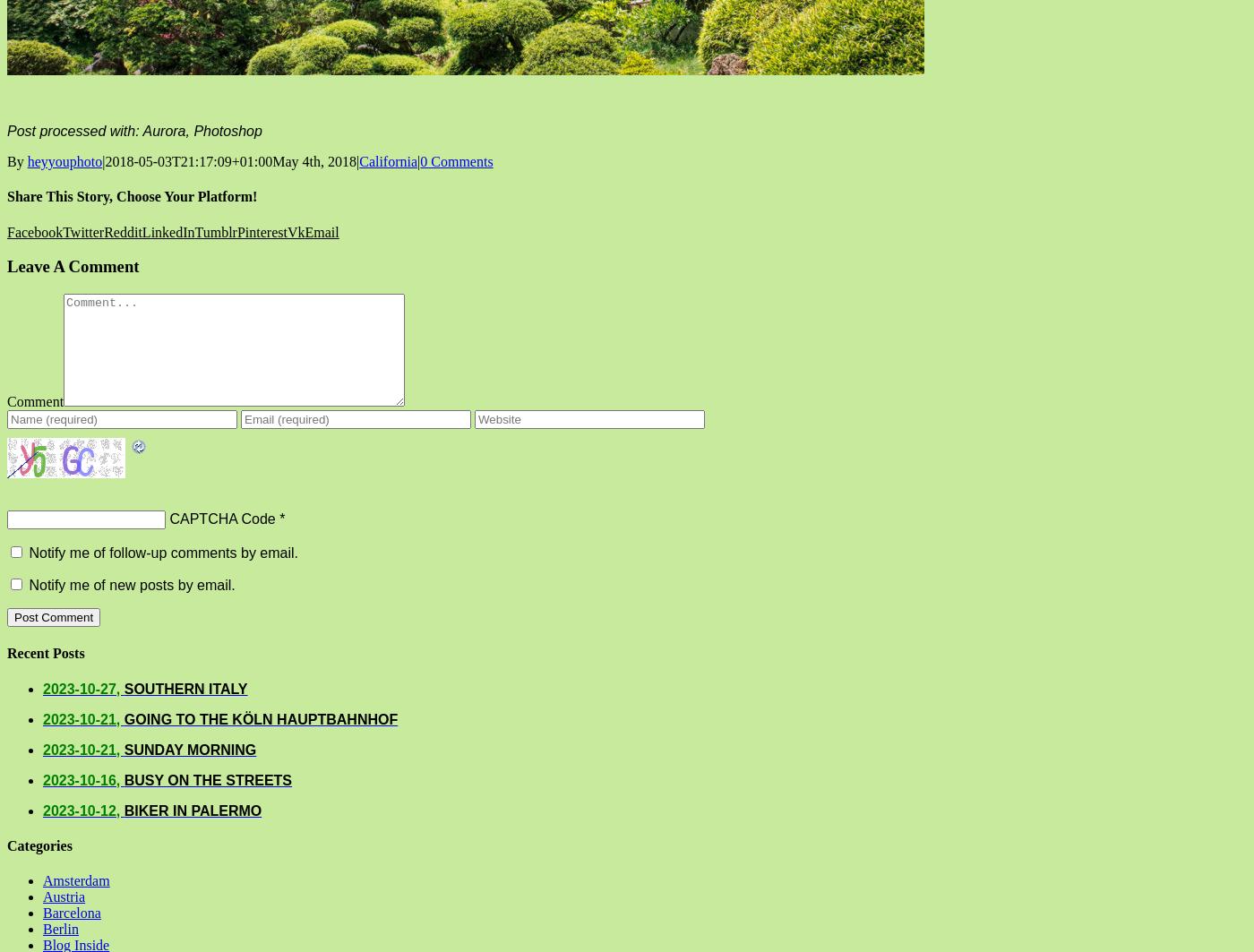 The height and width of the screenshot is (952, 1254). What do you see at coordinates (321, 231) in the screenshot?
I see `'Email'` at bounding box center [321, 231].